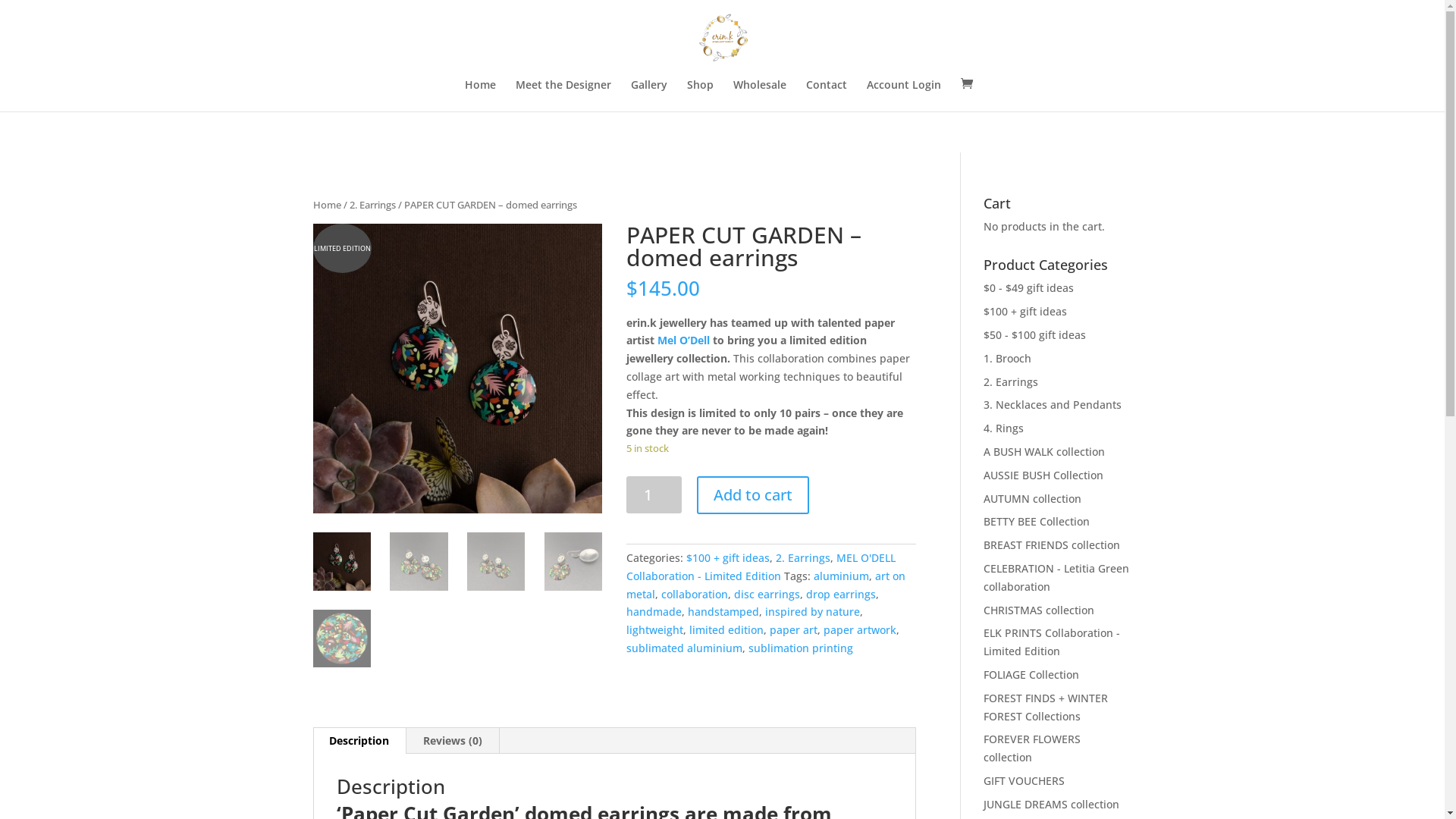 The height and width of the screenshot is (819, 1456). Describe the element at coordinates (1031, 498) in the screenshot. I see `'AUTUMN collection'` at that location.